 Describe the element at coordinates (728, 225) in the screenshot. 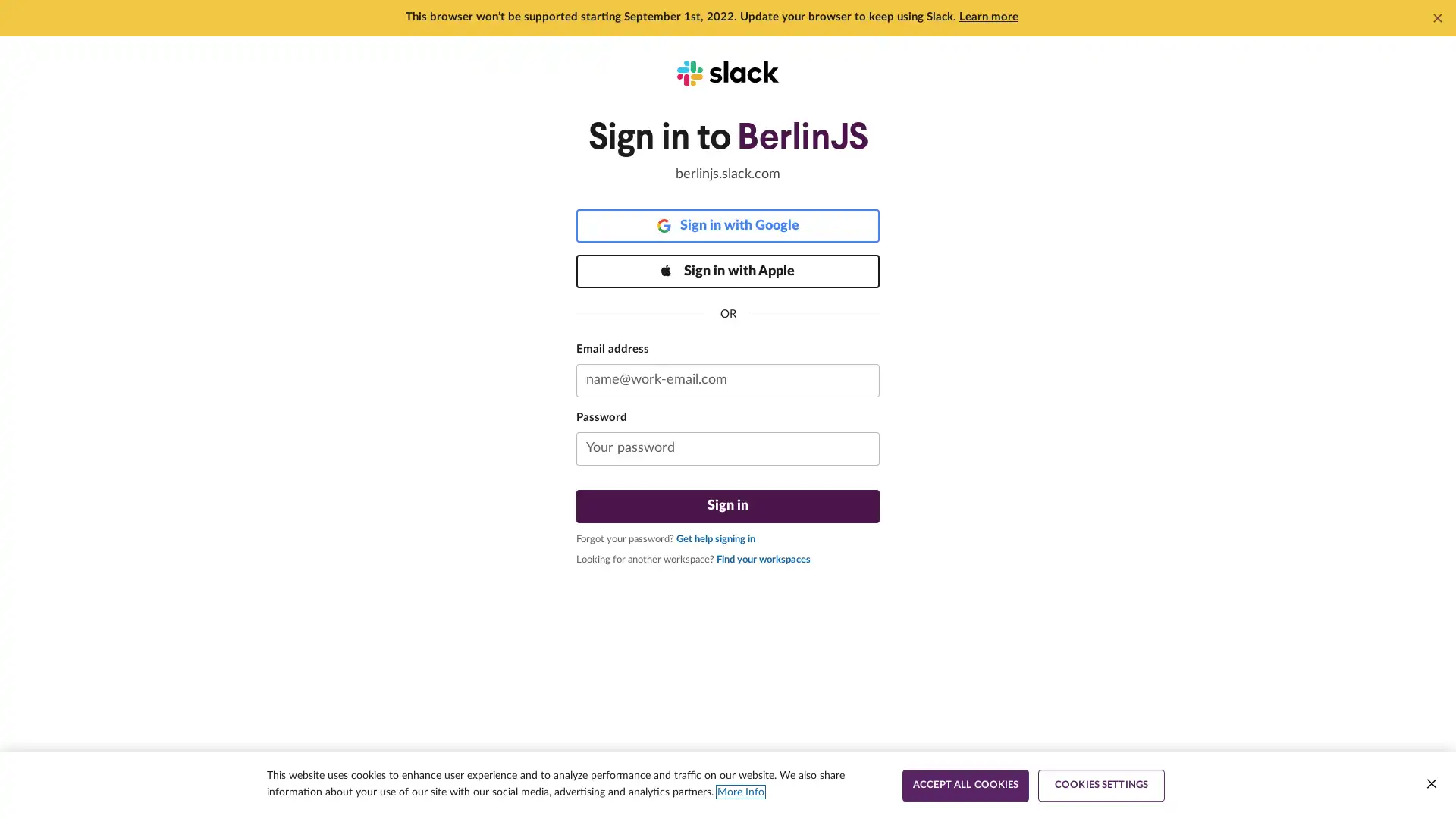

I see `Sign in with Google` at that location.